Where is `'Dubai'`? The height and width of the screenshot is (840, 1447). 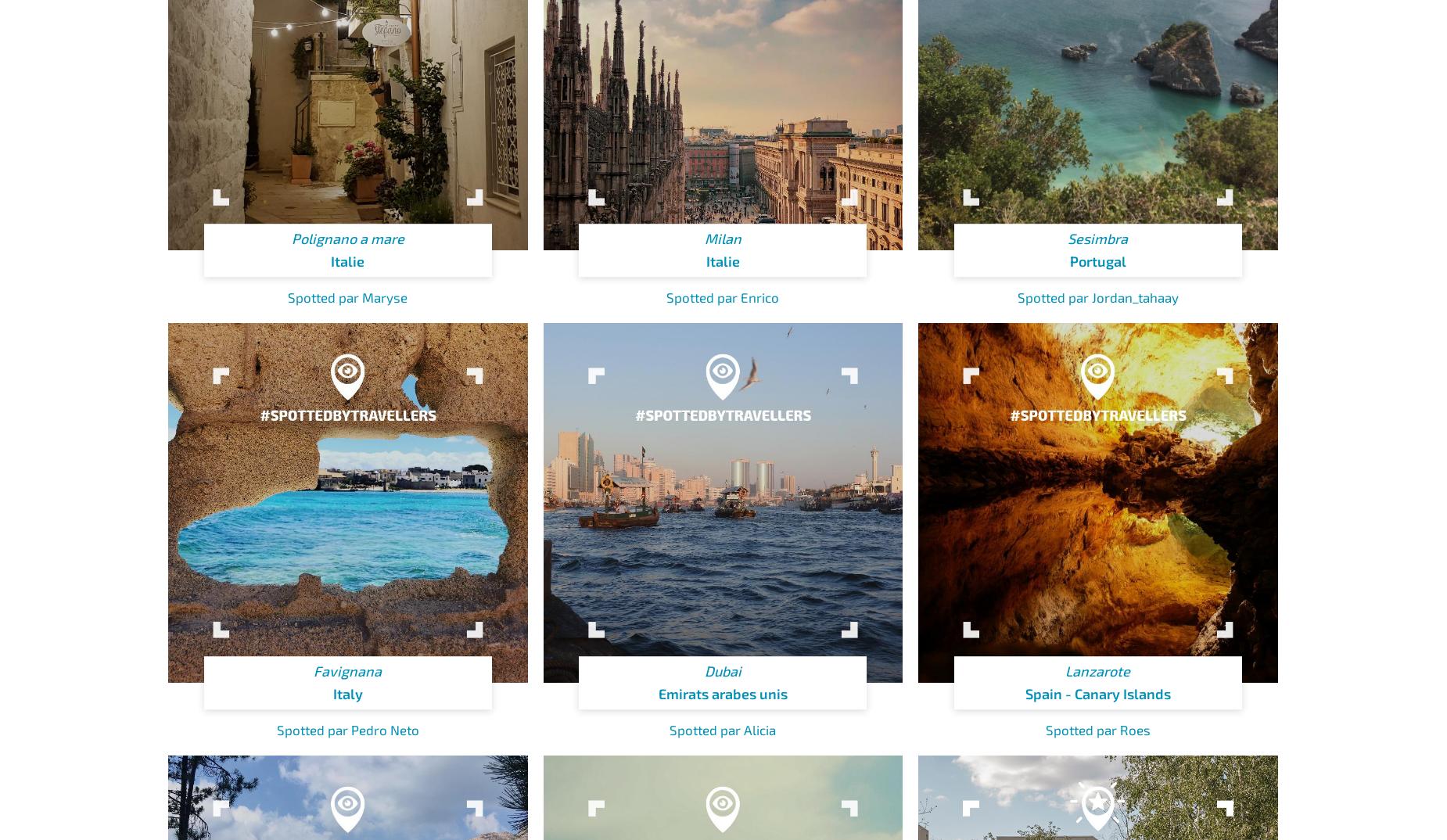
'Dubai' is located at coordinates (704, 671).